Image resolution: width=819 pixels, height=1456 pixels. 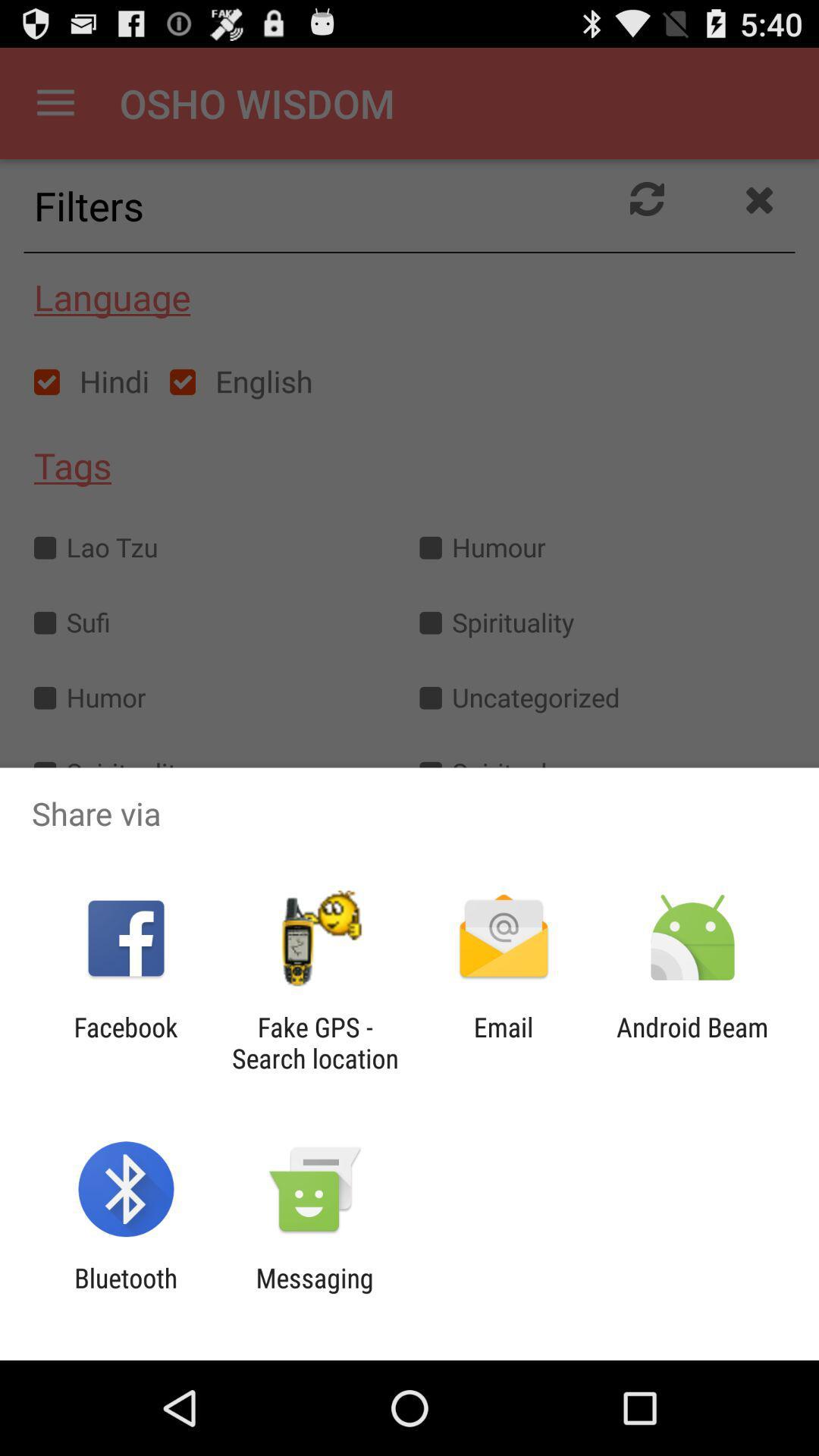 What do you see at coordinates (504, 1042) in the screenshot?
I see `app next to the android beam app` at bounding box center [504, 1042].